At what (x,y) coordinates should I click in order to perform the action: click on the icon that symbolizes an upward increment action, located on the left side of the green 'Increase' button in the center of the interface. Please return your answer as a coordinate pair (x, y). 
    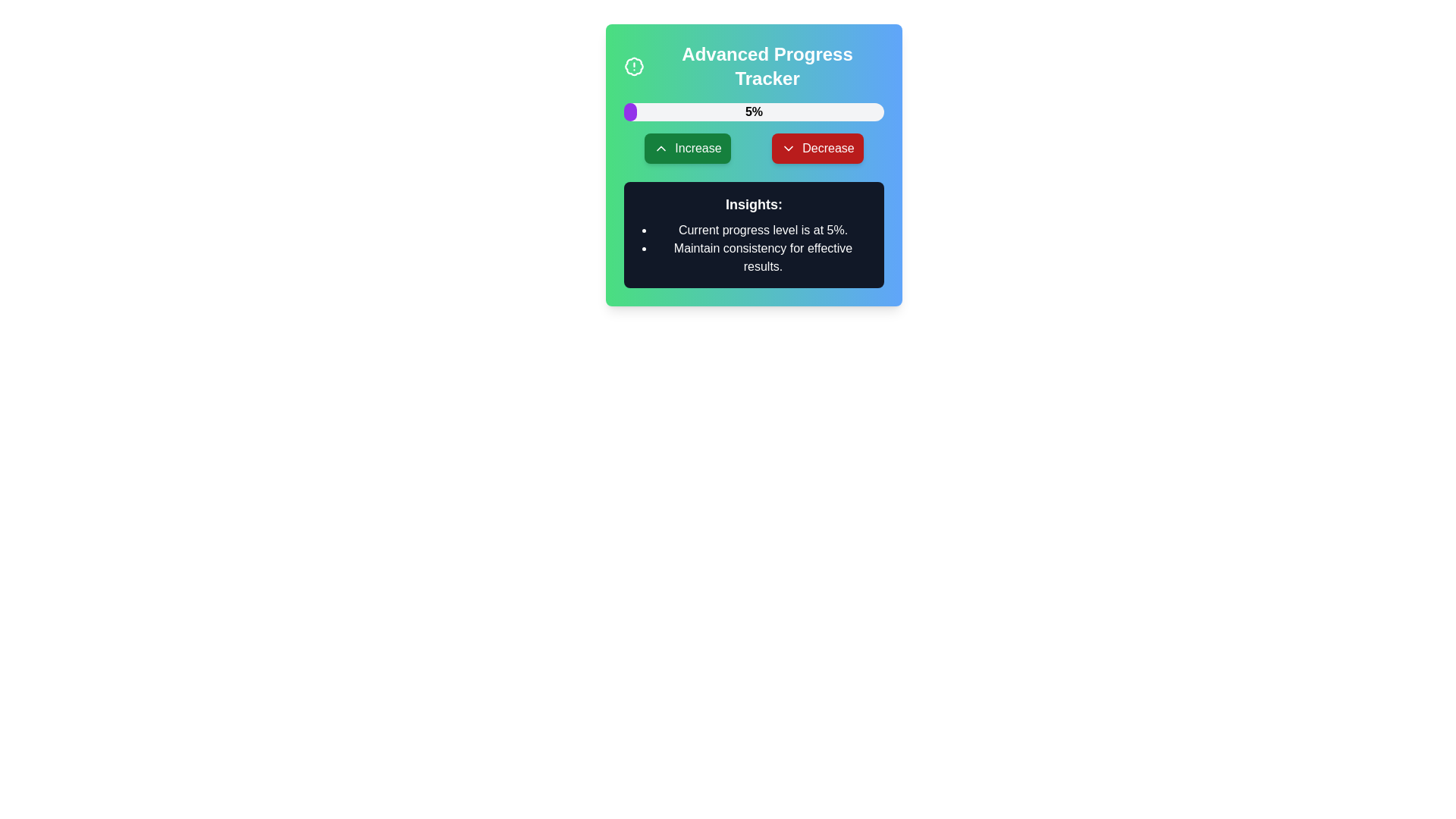
    Looking at the image, I should click on (661, 149).